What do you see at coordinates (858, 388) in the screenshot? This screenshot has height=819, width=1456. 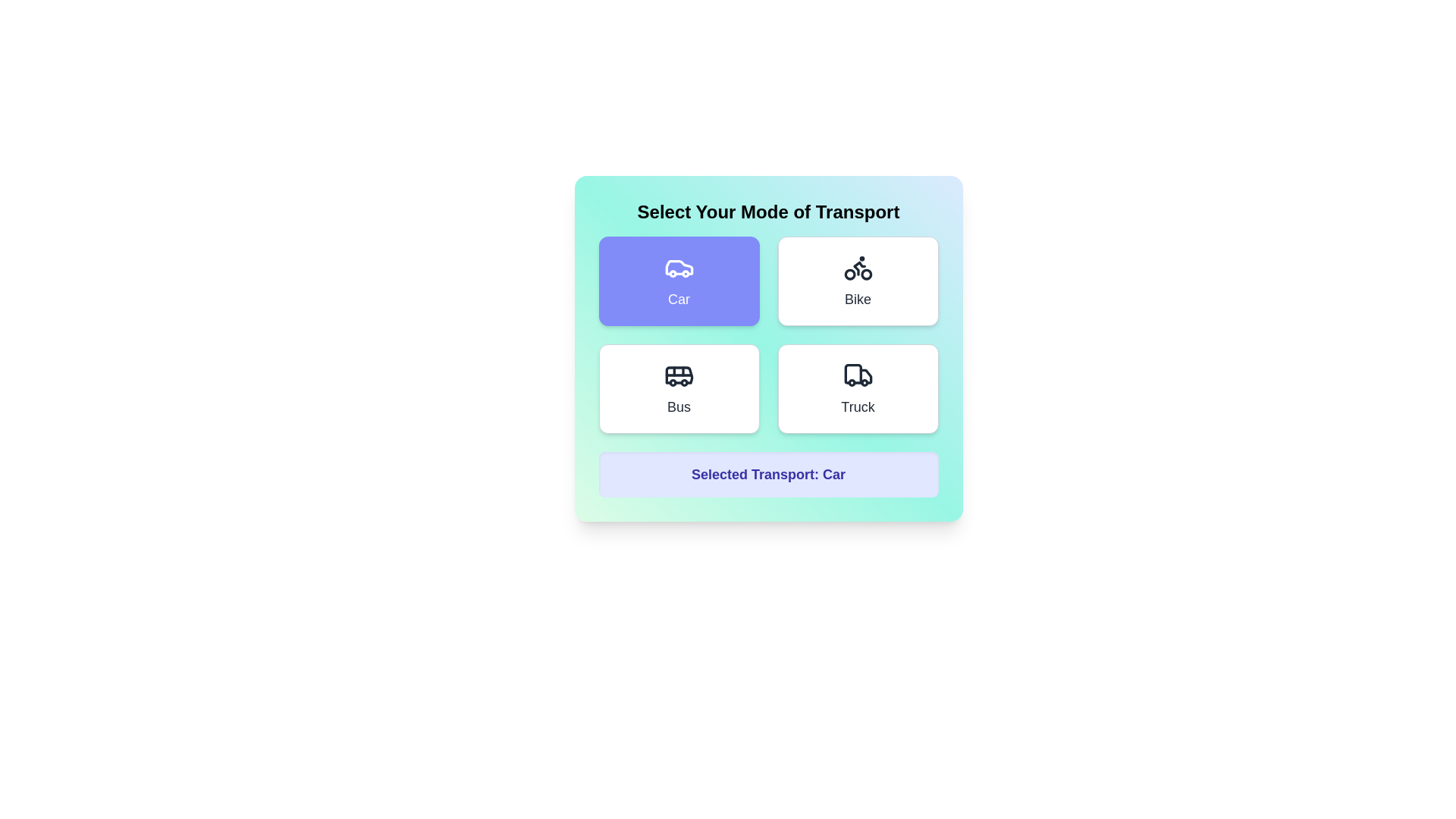 I see `the transport mode Truck` at bounding box center [858, 388].